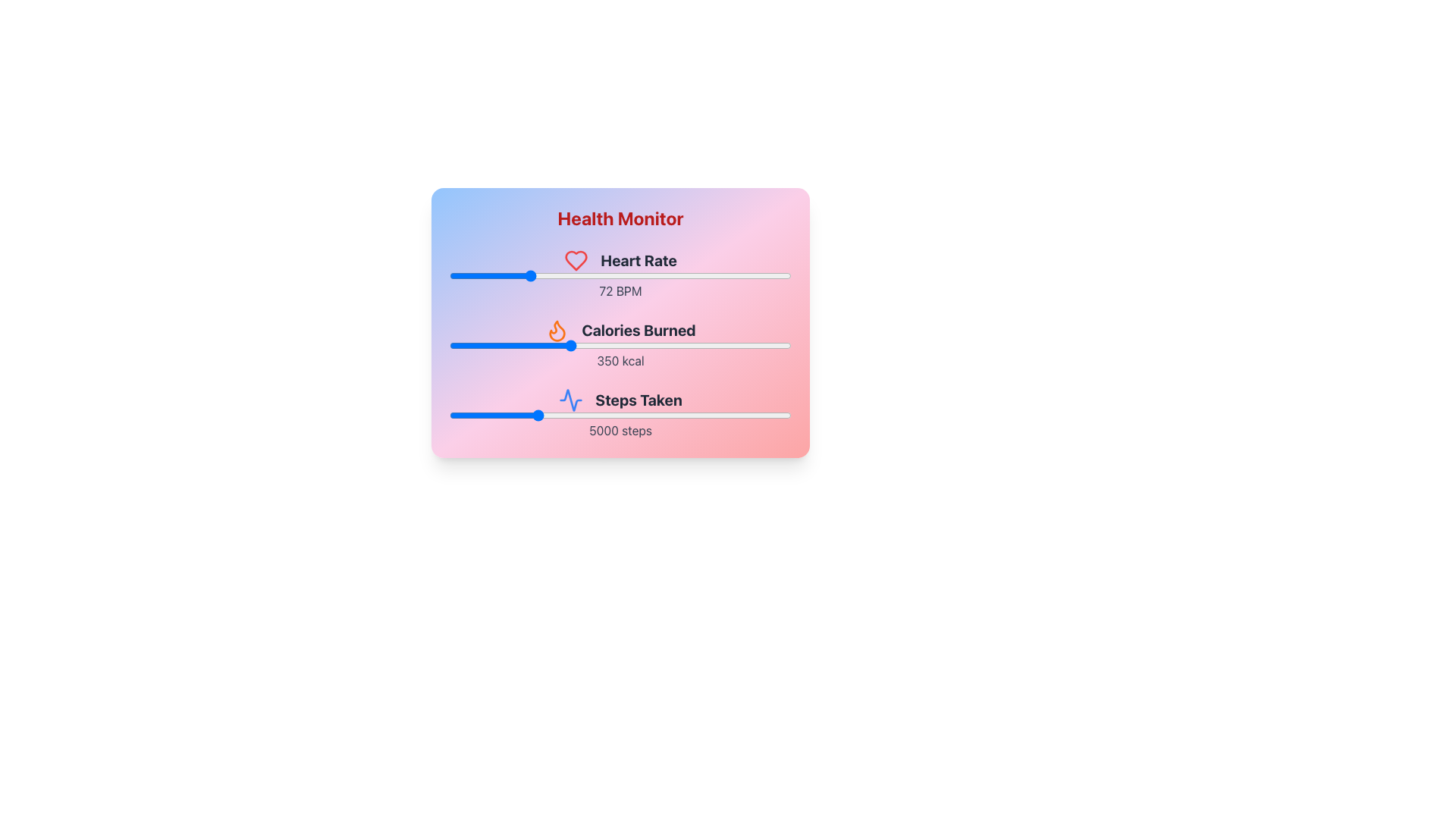 The image size is (1456, 819). Describe the element at coordinates (639, 259) in the screenshot. I see `the bold, large text label 'Heart Rate' that is centrally located within the health monitoring interface` at that location.